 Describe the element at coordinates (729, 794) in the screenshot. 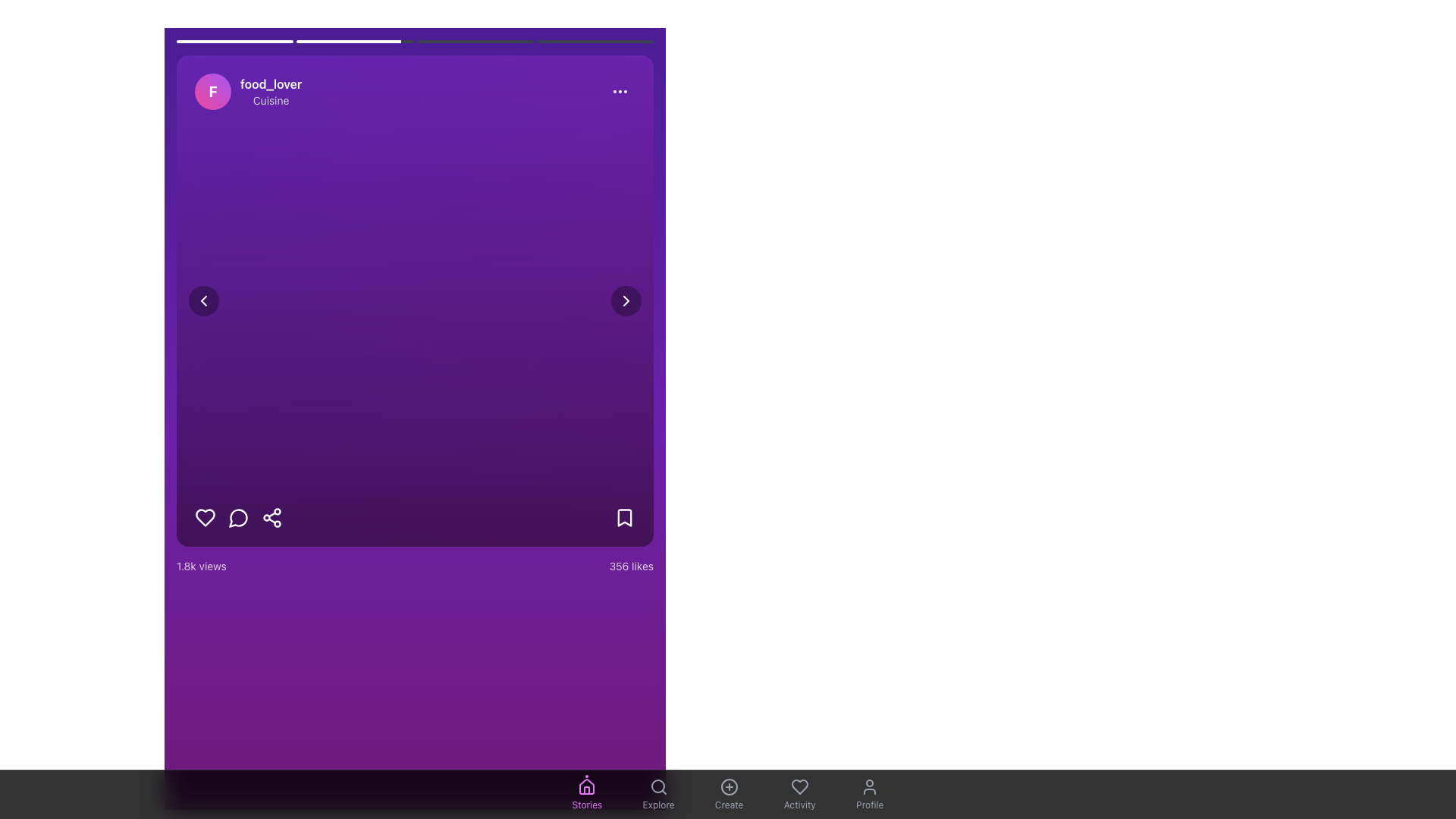

I see `the 'Create' button located in the bottom navigation bar, which features a circle with a plus sign icon and the text 'Create' below it, to initiate content creation` at that location.